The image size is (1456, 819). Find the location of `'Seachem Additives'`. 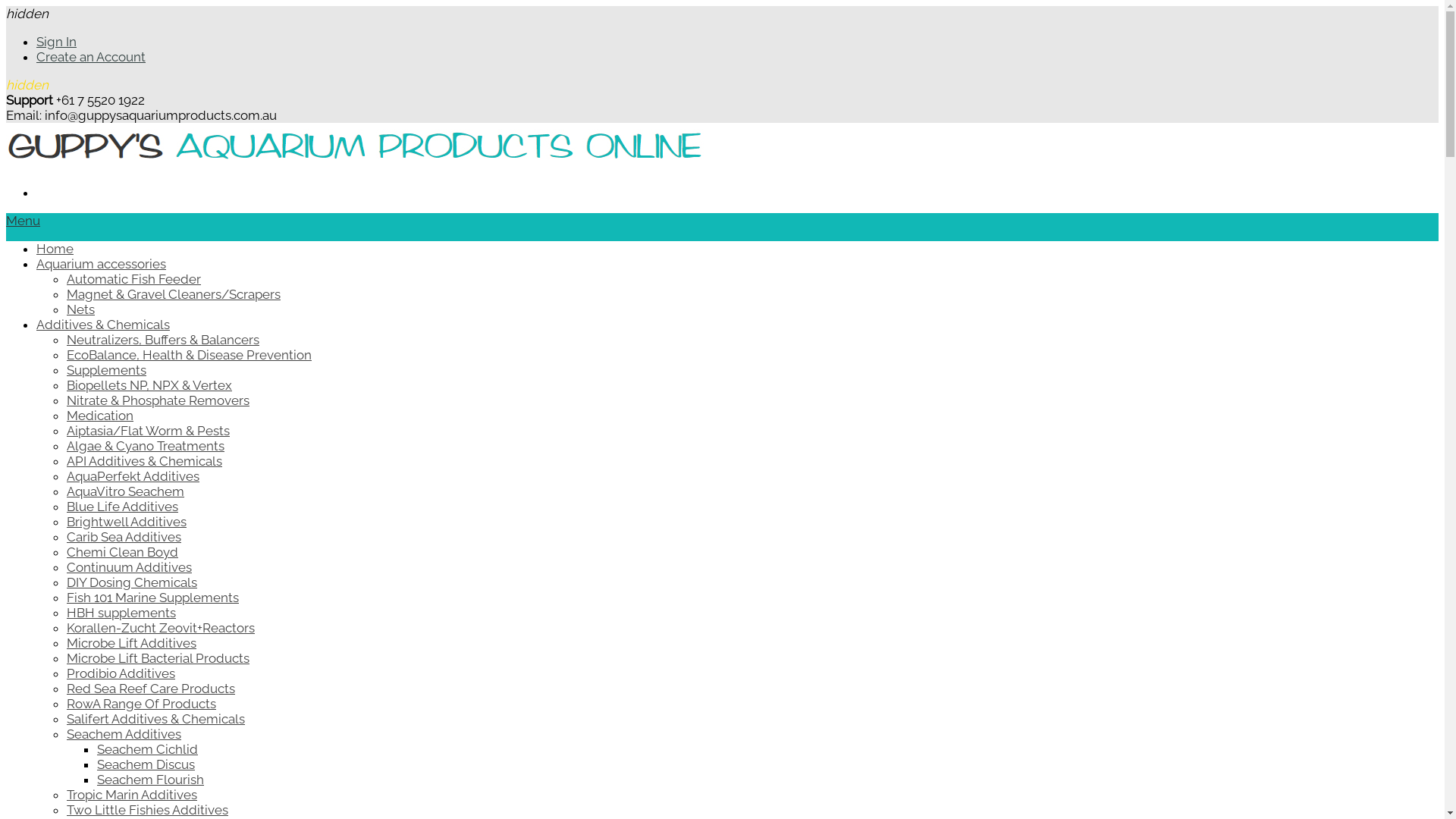

'Seachem Additives' is located at coordinates (124, 733).